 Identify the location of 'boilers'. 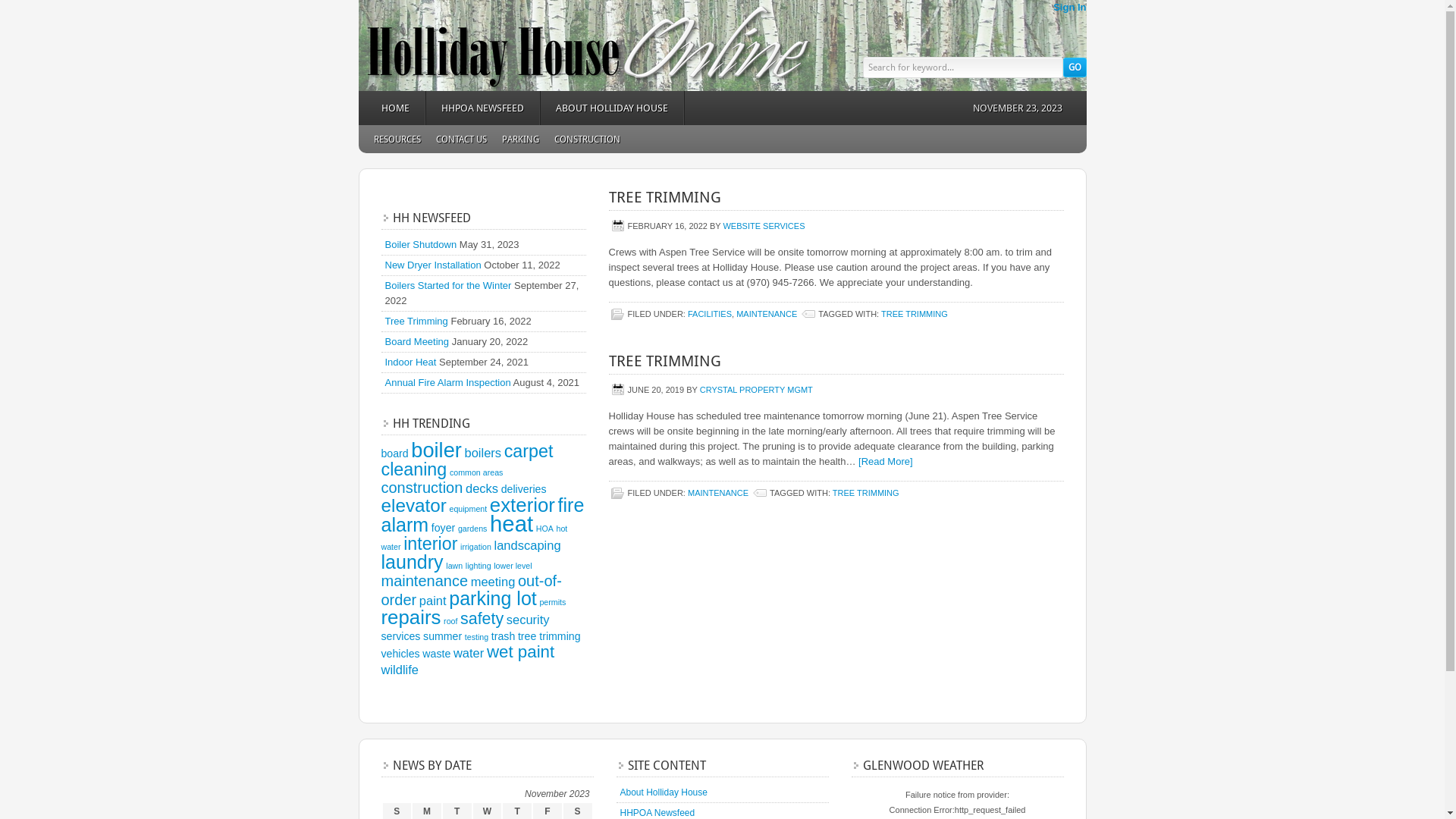
(482, 452).